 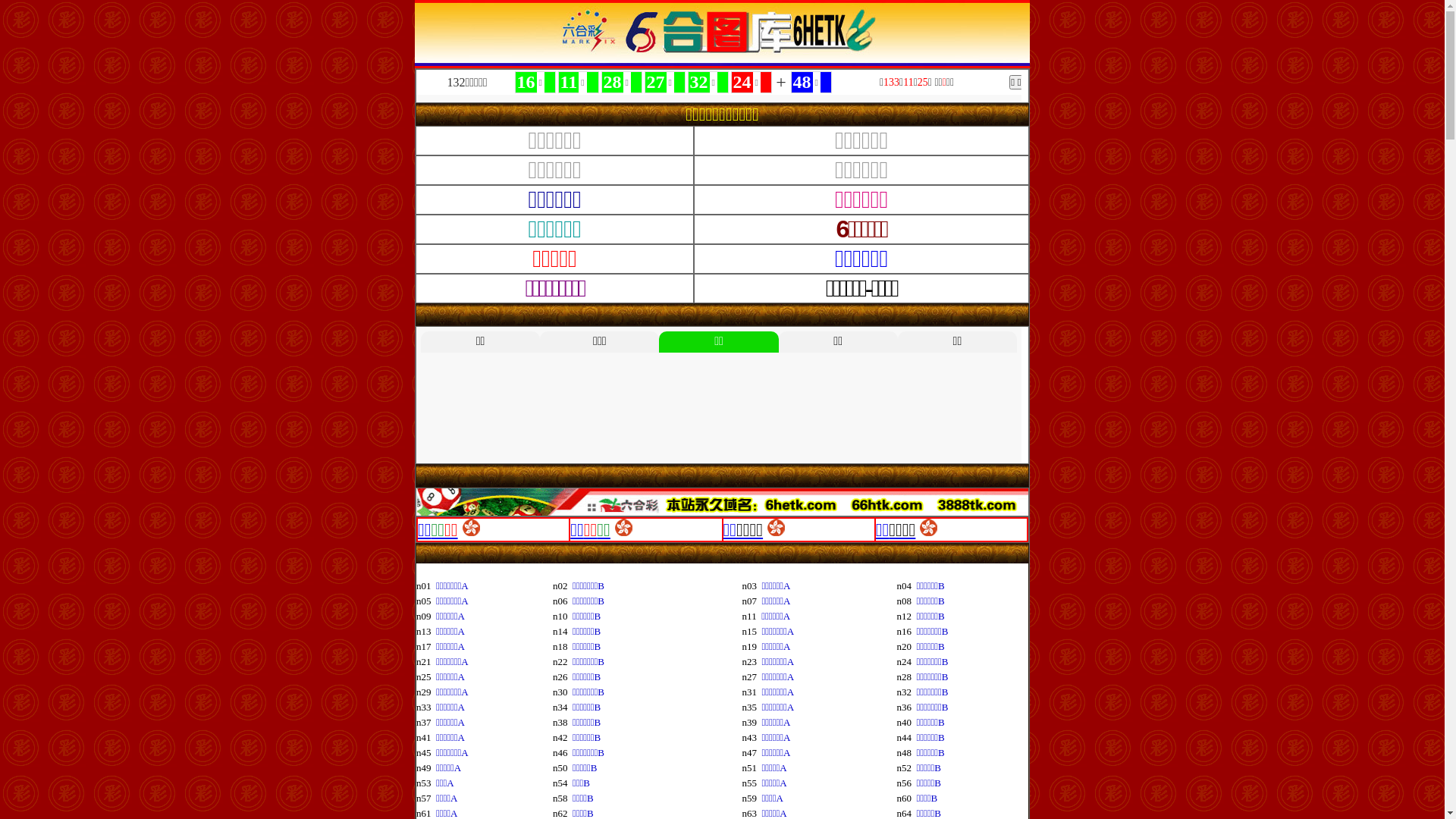 I want to click on 'n43 ', so click(x=752, y=736).